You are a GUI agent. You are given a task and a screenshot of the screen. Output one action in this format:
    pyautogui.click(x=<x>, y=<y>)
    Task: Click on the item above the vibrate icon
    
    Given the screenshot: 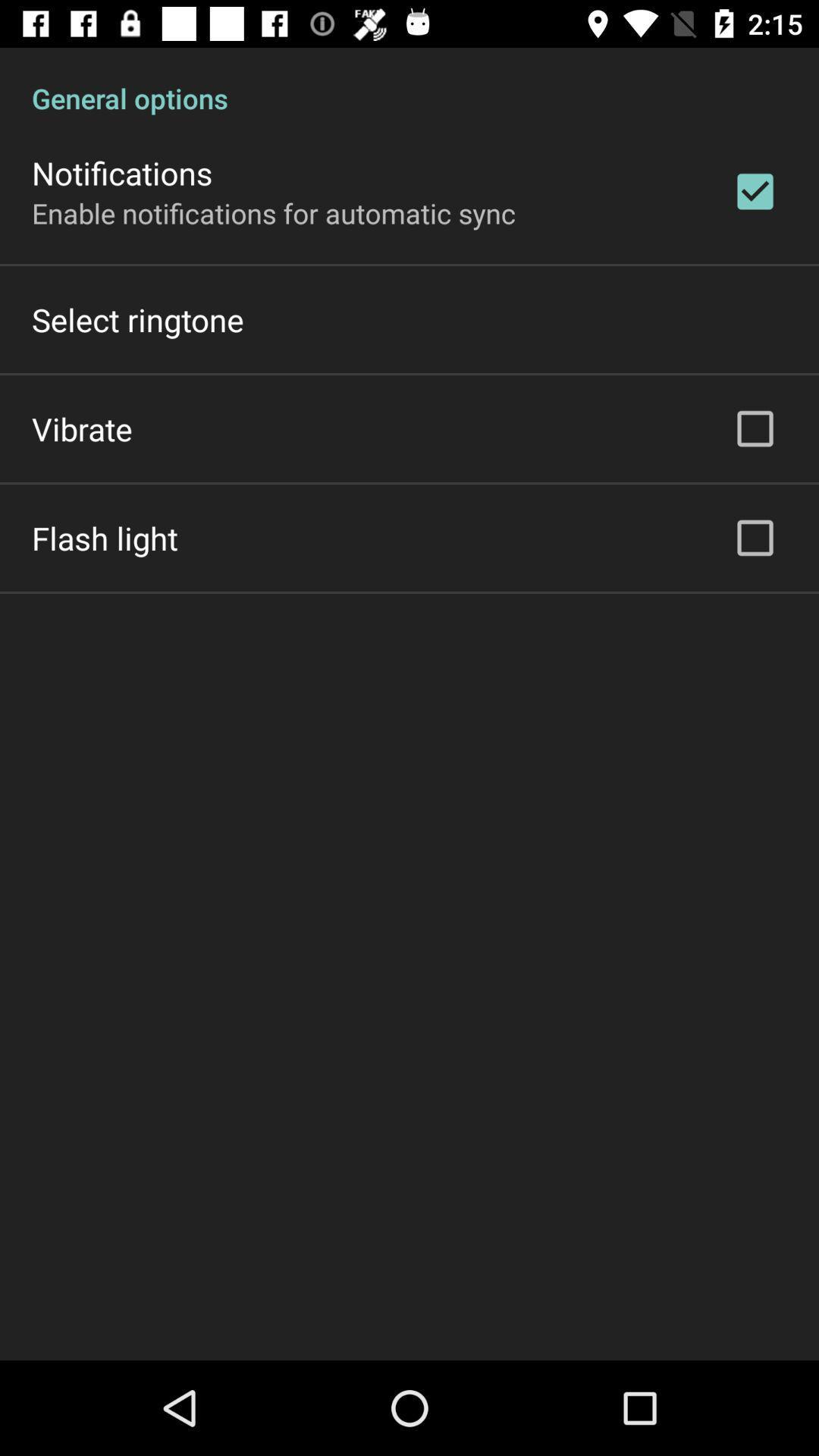 What is the action you would take?
    pyautogui.click(x=137, y=318)
    